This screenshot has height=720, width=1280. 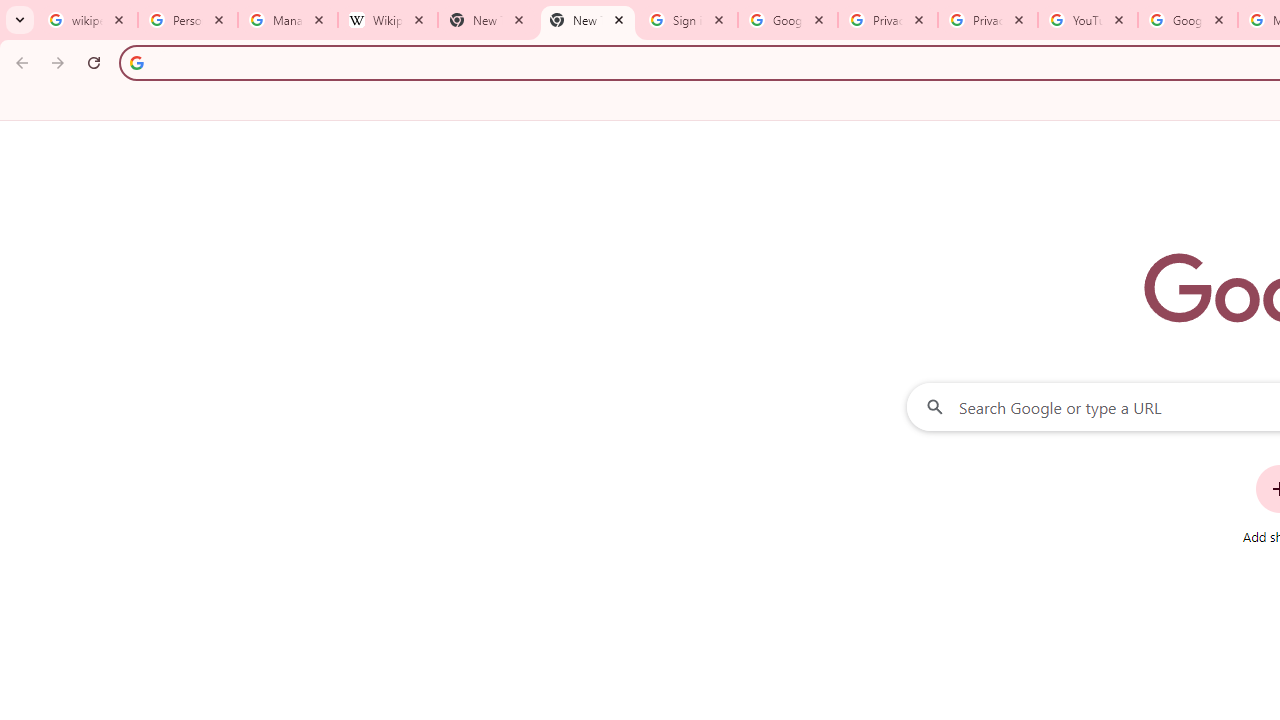 What do you see at coordinates (287, 20) in the screenshot?
I see `'Manage your Location History - Google Search Help'` at bounding box center [287, 20].